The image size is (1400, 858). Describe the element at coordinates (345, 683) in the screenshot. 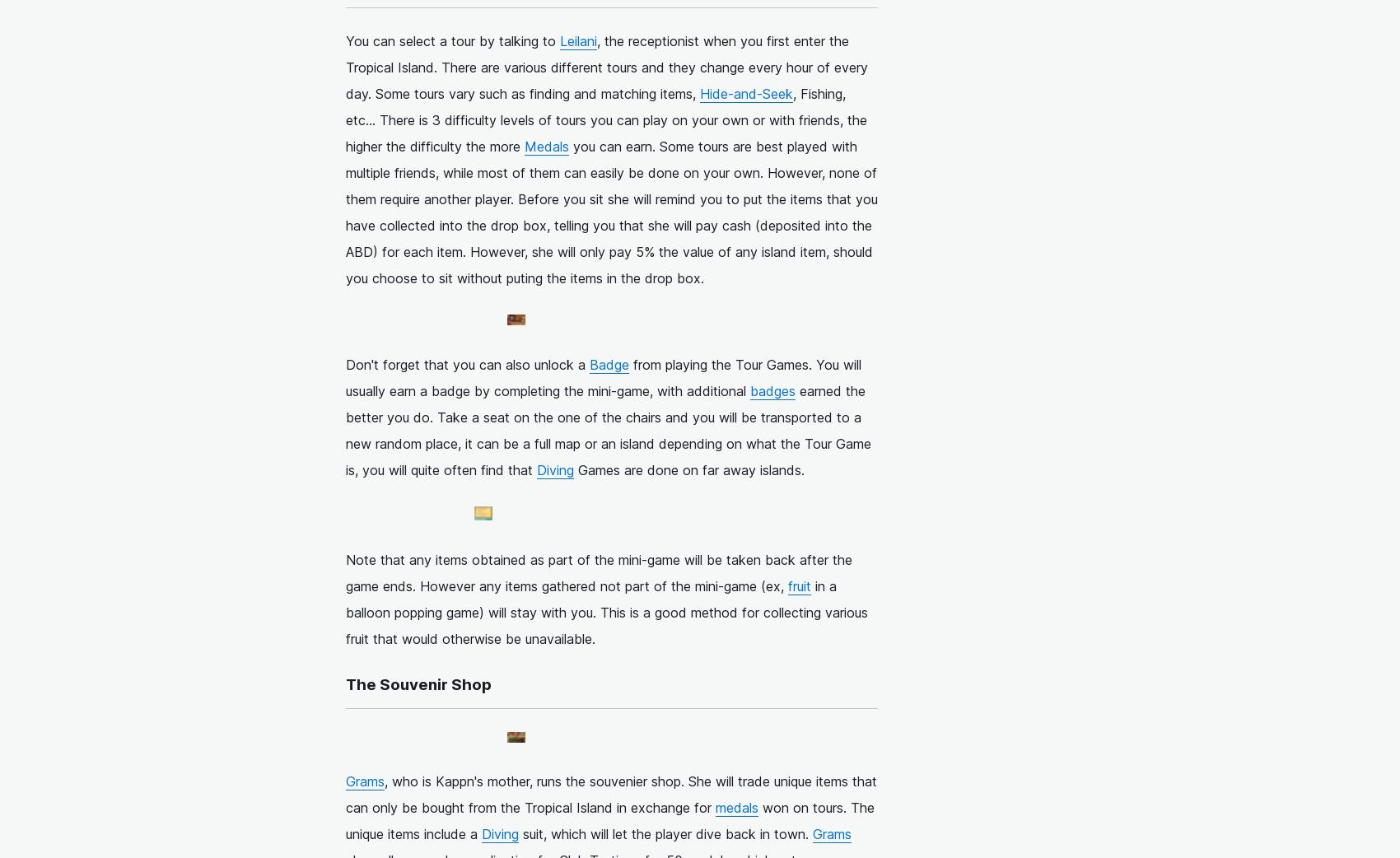

I see `'The Souvenir Shop'` at that location.